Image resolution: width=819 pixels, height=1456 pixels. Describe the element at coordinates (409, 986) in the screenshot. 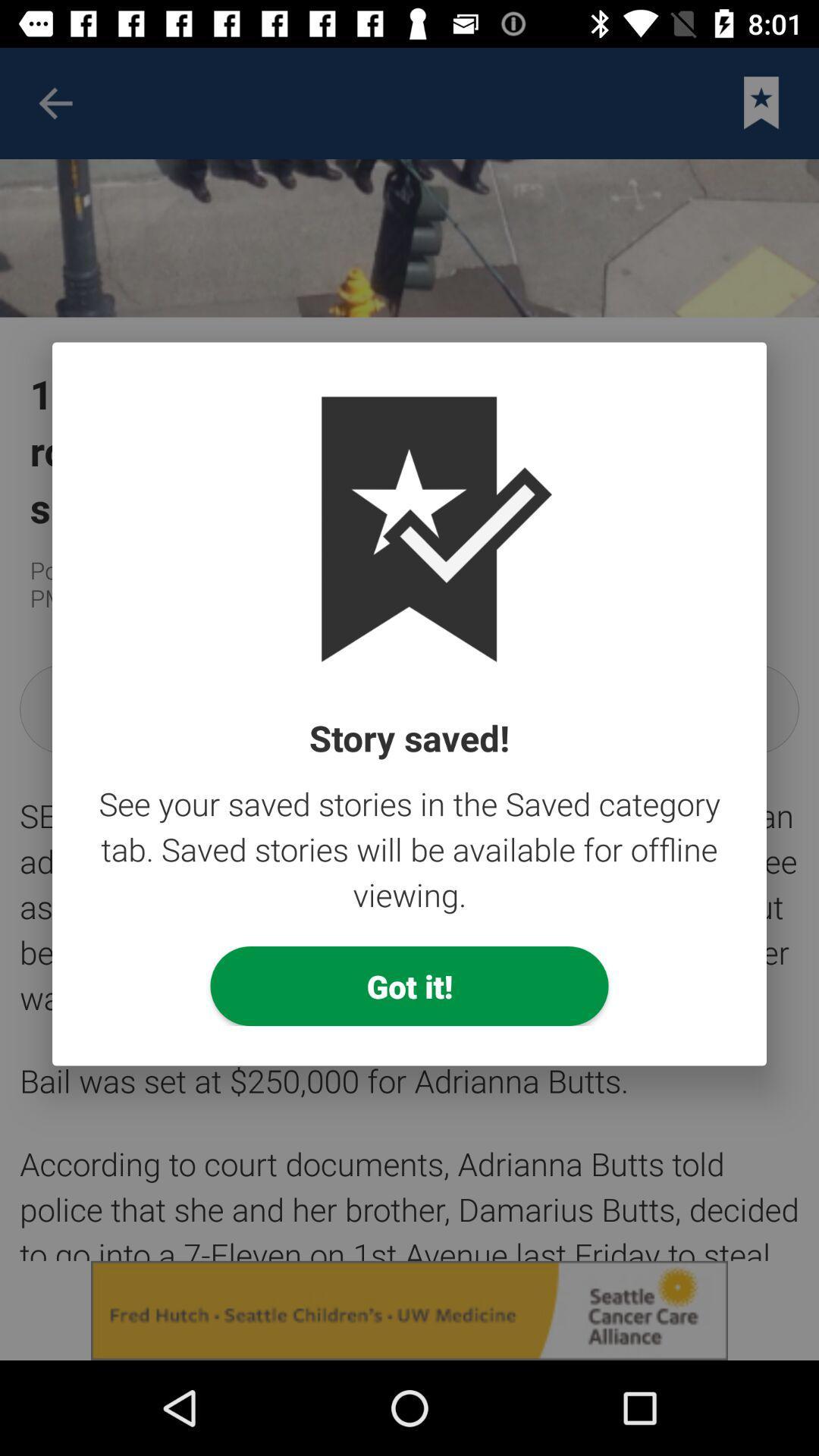

I see `the item below see your saved item` at that location.